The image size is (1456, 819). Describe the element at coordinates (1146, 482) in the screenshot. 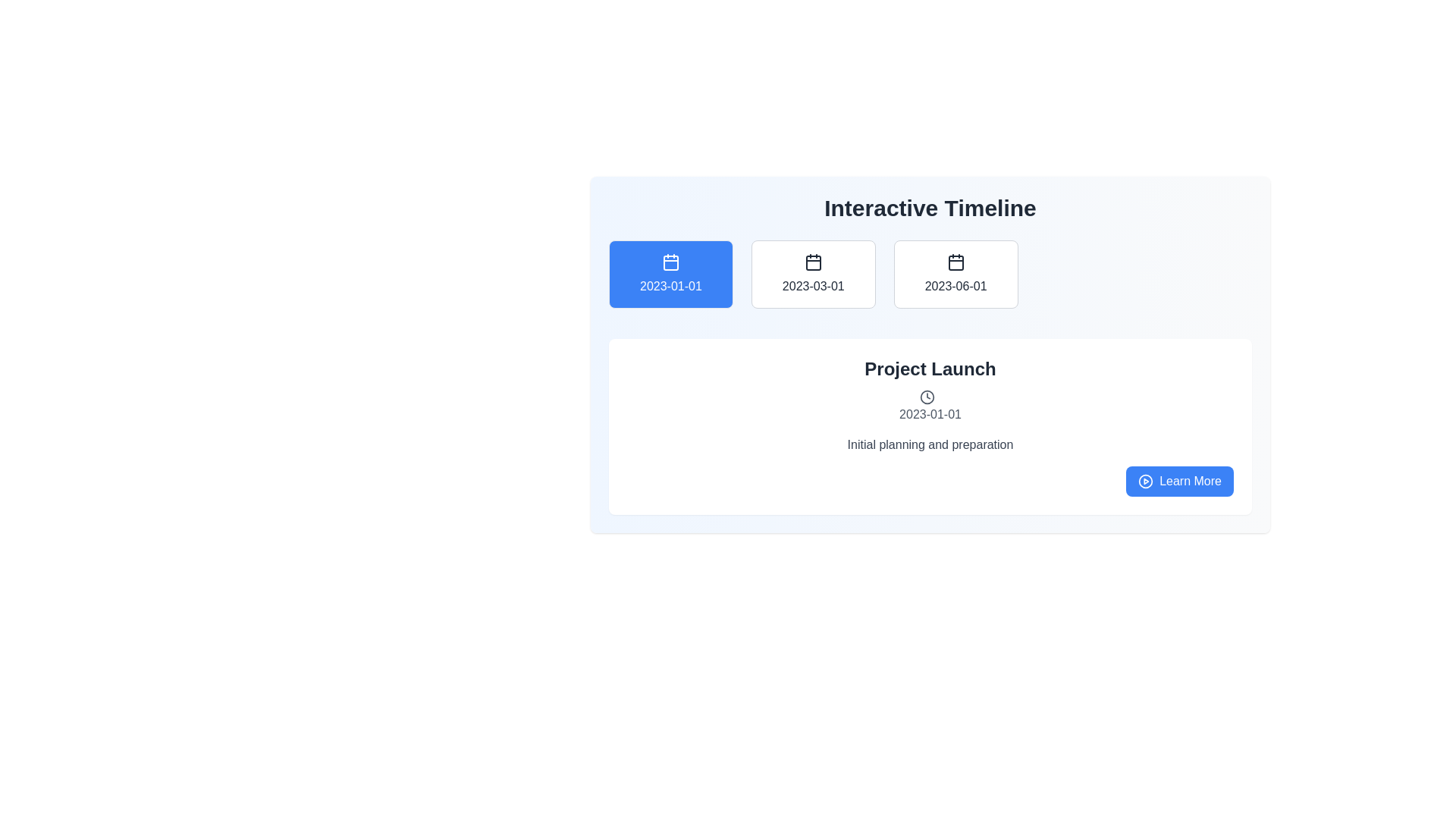

I see `the media playback icon located on the left side of the 'Learn More' button` at that location.